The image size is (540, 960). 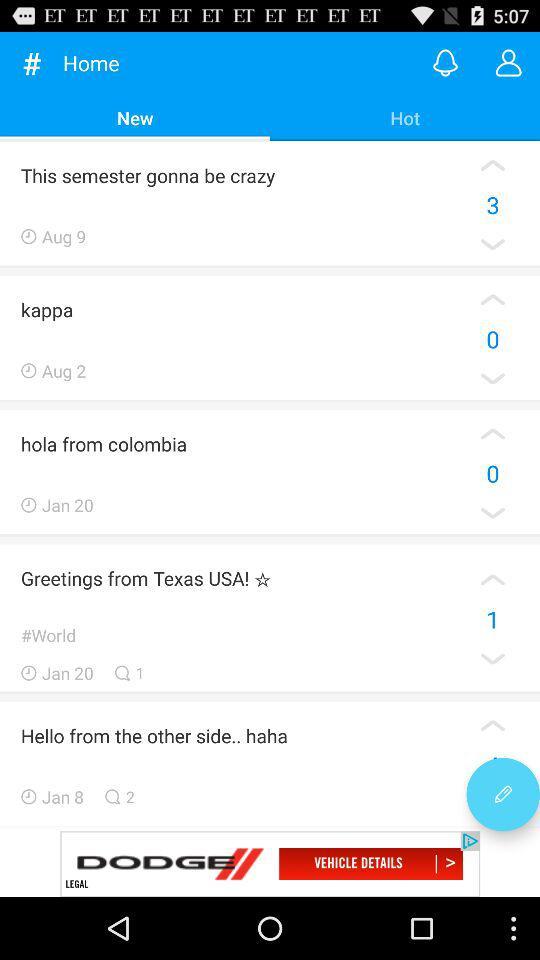 I want to click on the notifications icon, so click(x=445, y=67).